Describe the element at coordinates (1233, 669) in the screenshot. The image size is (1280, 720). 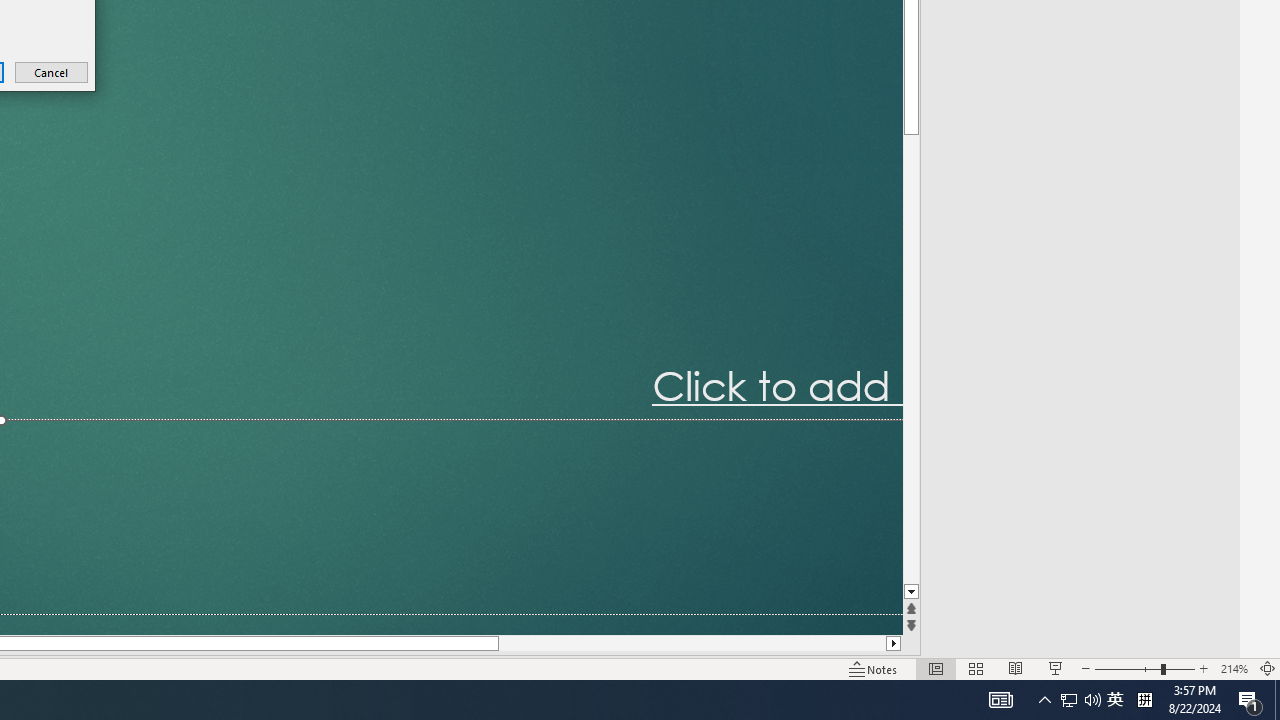
I see `'Zoom 214%'` at that location.